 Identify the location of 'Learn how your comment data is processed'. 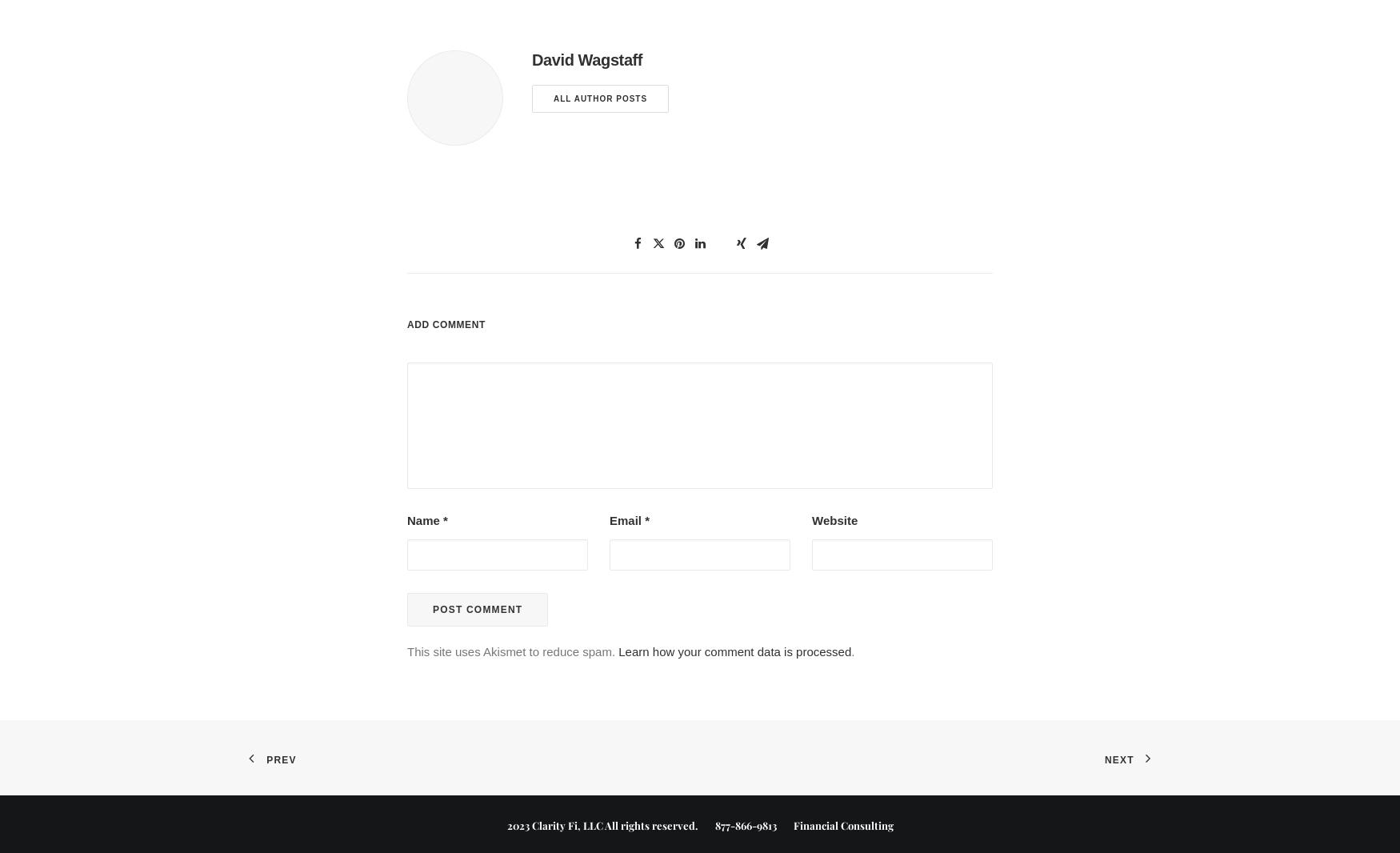
(734, 651).